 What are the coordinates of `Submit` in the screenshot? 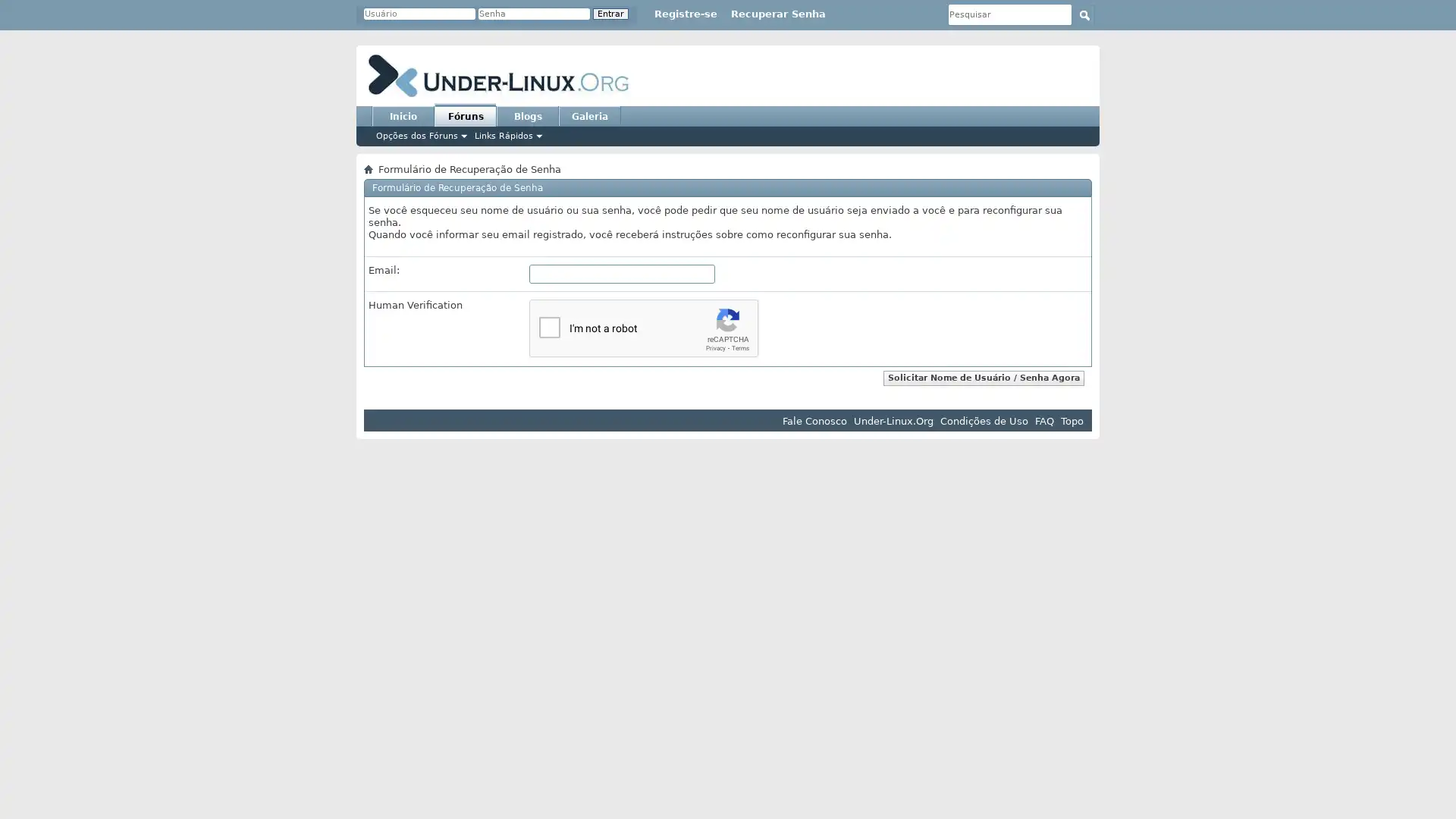 It's located at (1084, 14).